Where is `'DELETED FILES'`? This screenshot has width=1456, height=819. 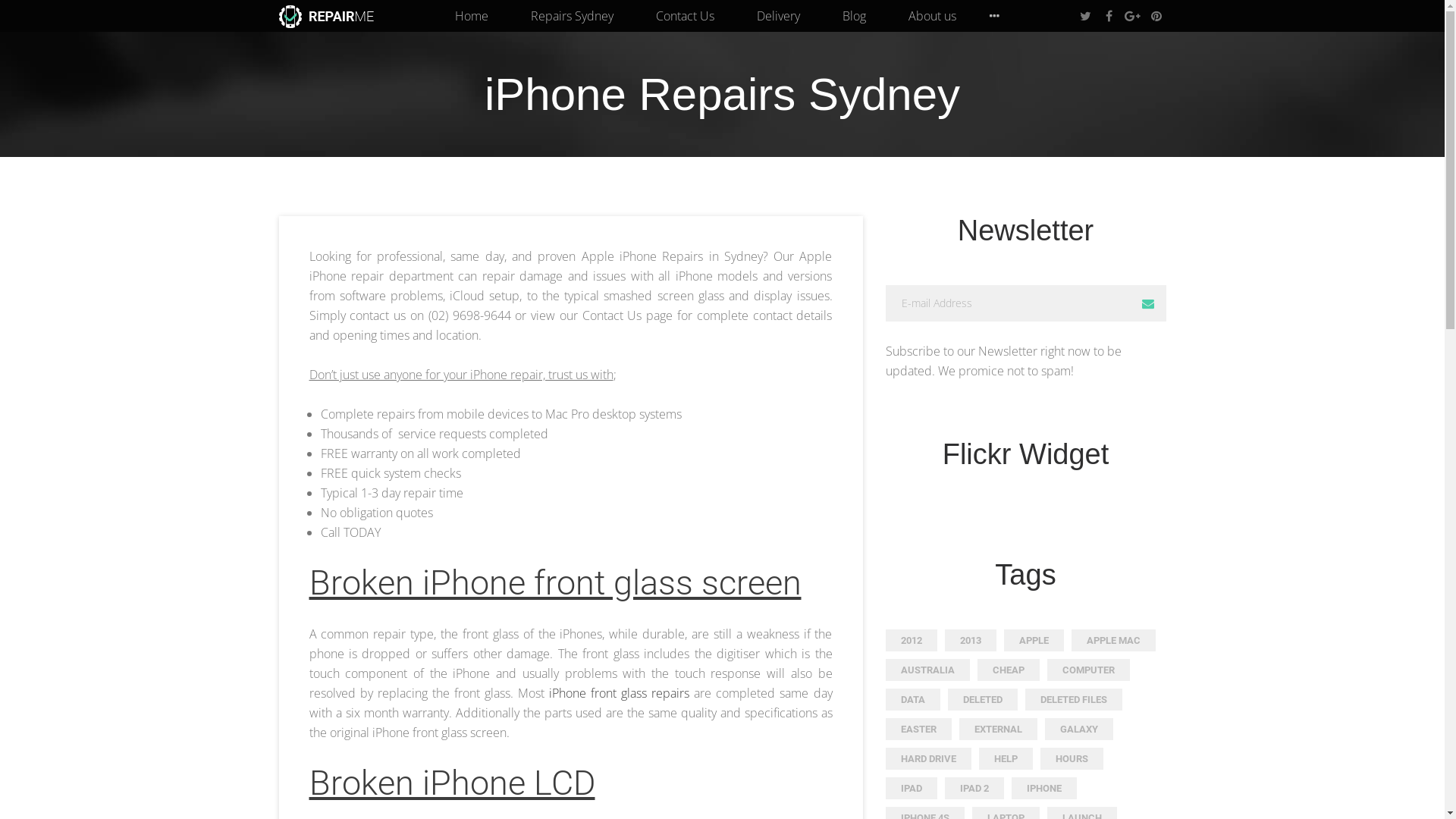 'DELETED FILES' is located at coordinates (1073, 699).